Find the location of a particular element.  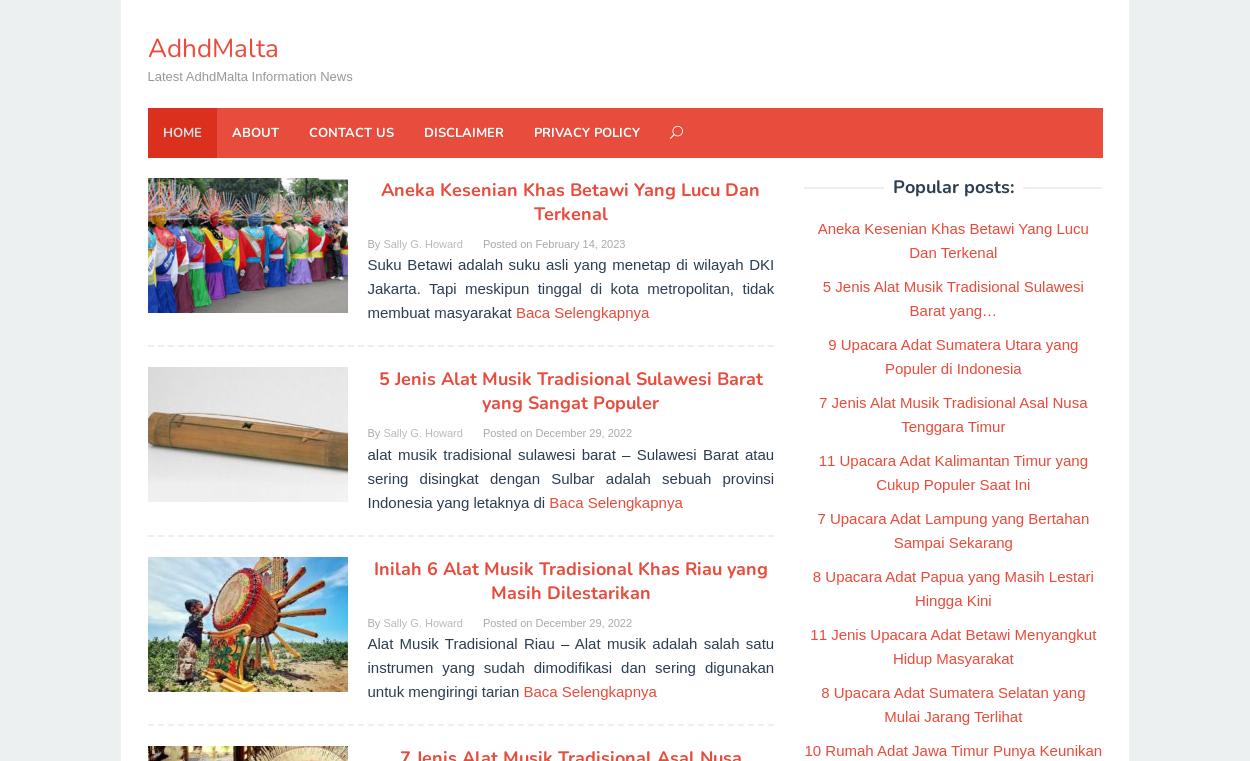

'7 Upacara Adat Lampung yang Bertahan Sampai Sekarang' is located at coordinates (952, 529).